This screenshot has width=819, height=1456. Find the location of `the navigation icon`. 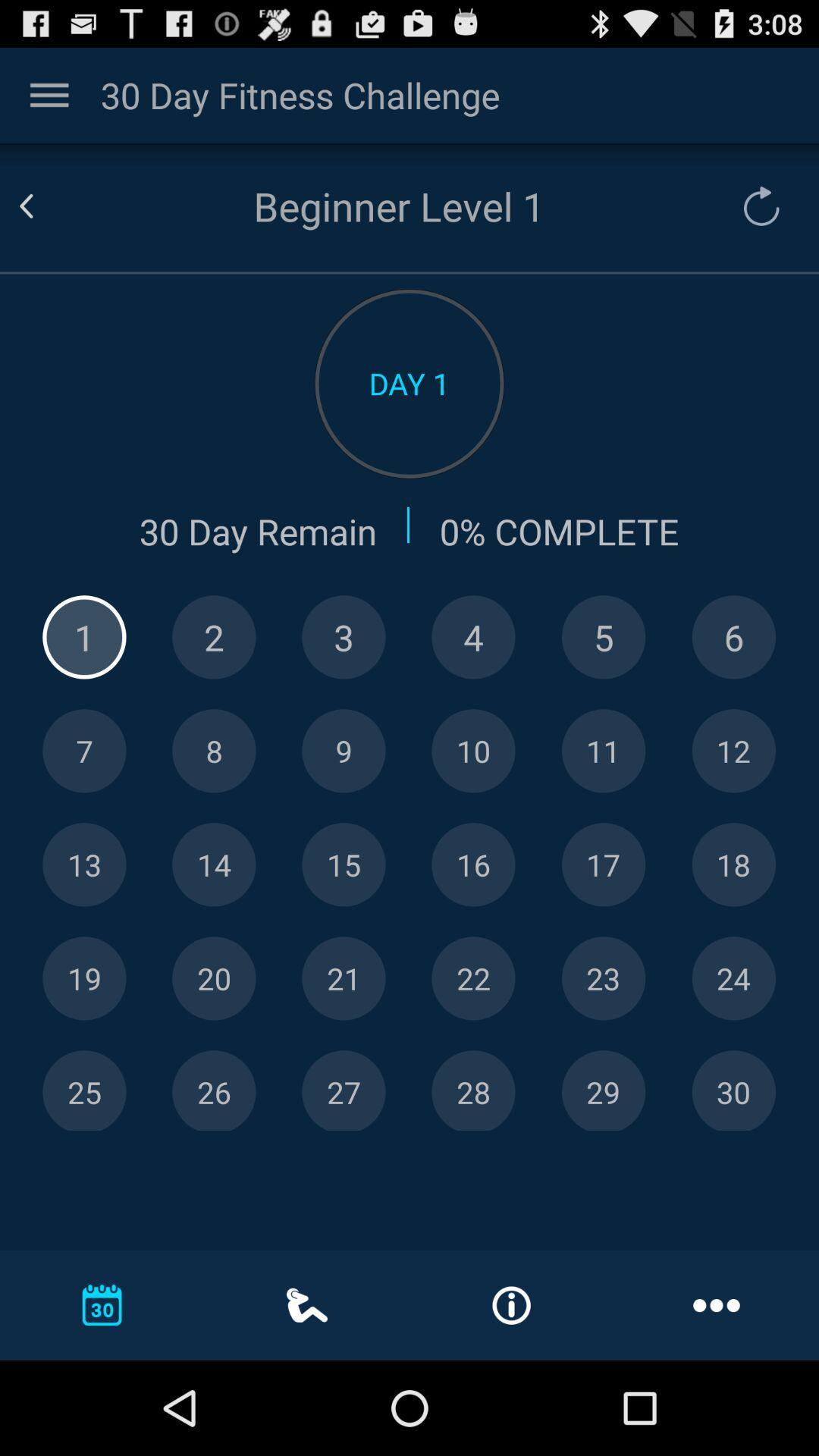

the navigation icon is located at coordinates (603, 924).